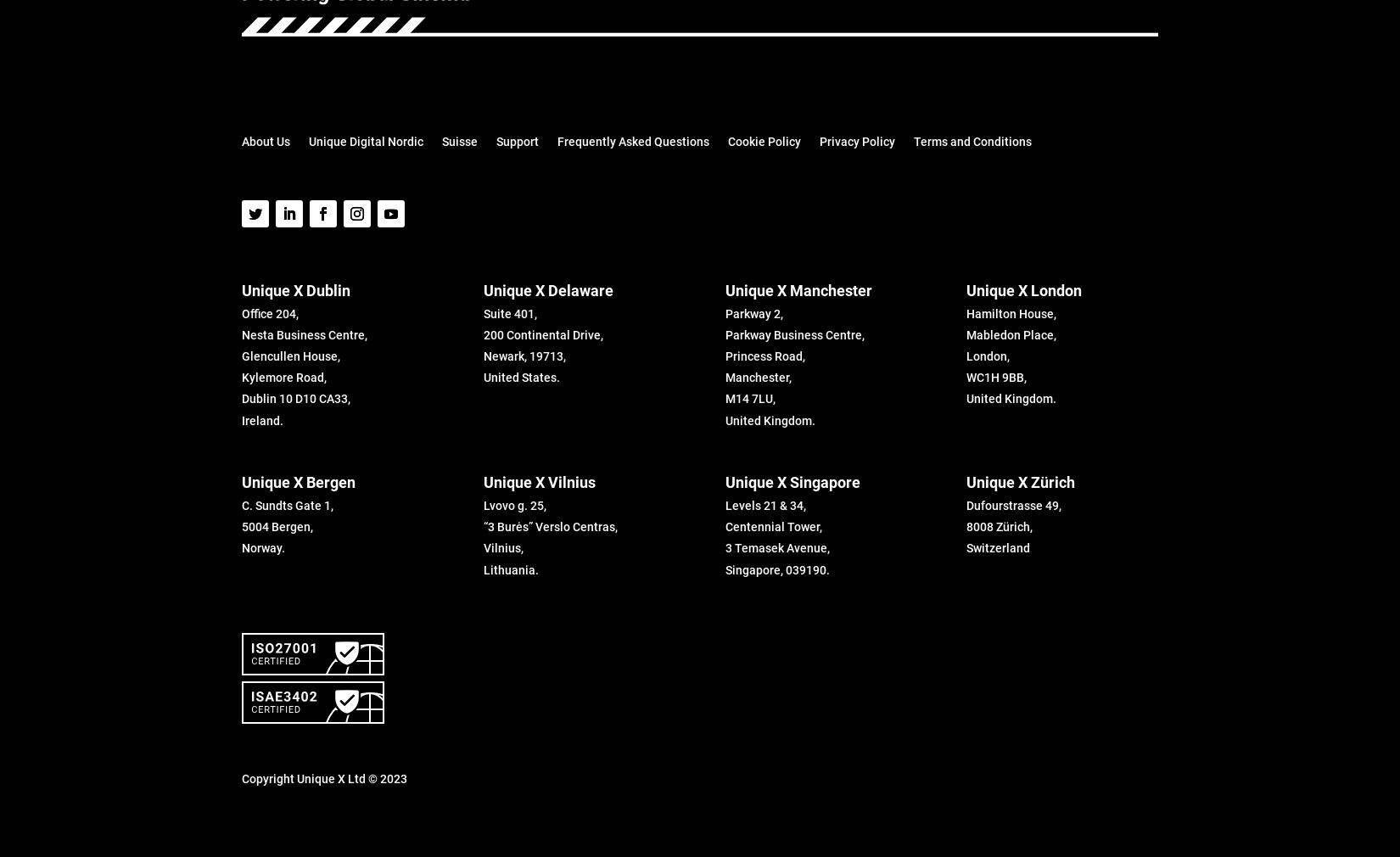 The width and height of the screenshot is (1400, 857). I want to click on 'WC1H 9BB,', so click(996, 378).